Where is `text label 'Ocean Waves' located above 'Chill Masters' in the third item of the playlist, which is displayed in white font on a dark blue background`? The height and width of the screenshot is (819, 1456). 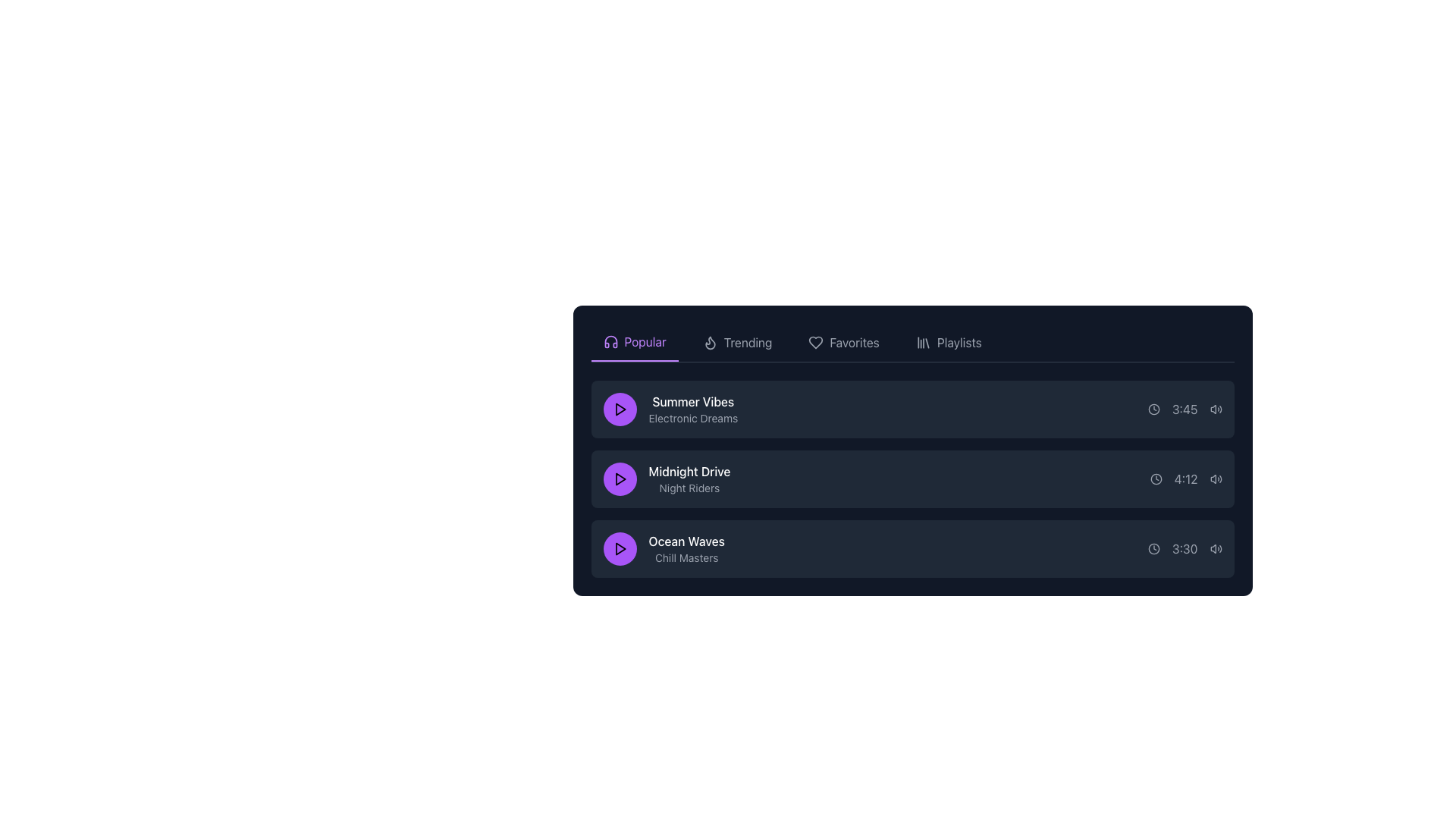
text label 'Ocean Waves' located above 'Chill Masters' in the third item of the playlist, which is displayed in white font on a dark blue background is located at coordinates (686, 540).